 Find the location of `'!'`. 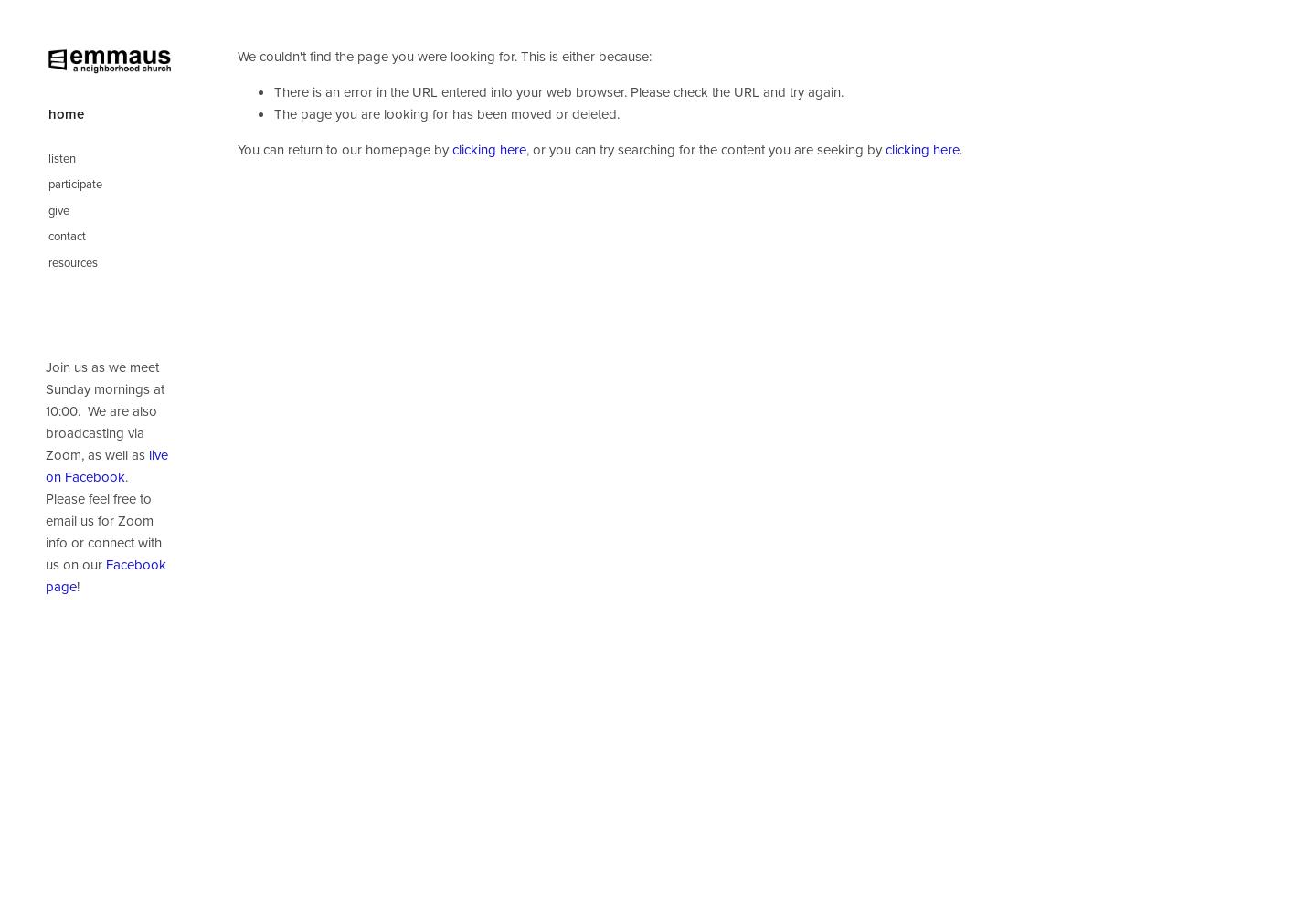

'!' is located at coordinates (78, 586).